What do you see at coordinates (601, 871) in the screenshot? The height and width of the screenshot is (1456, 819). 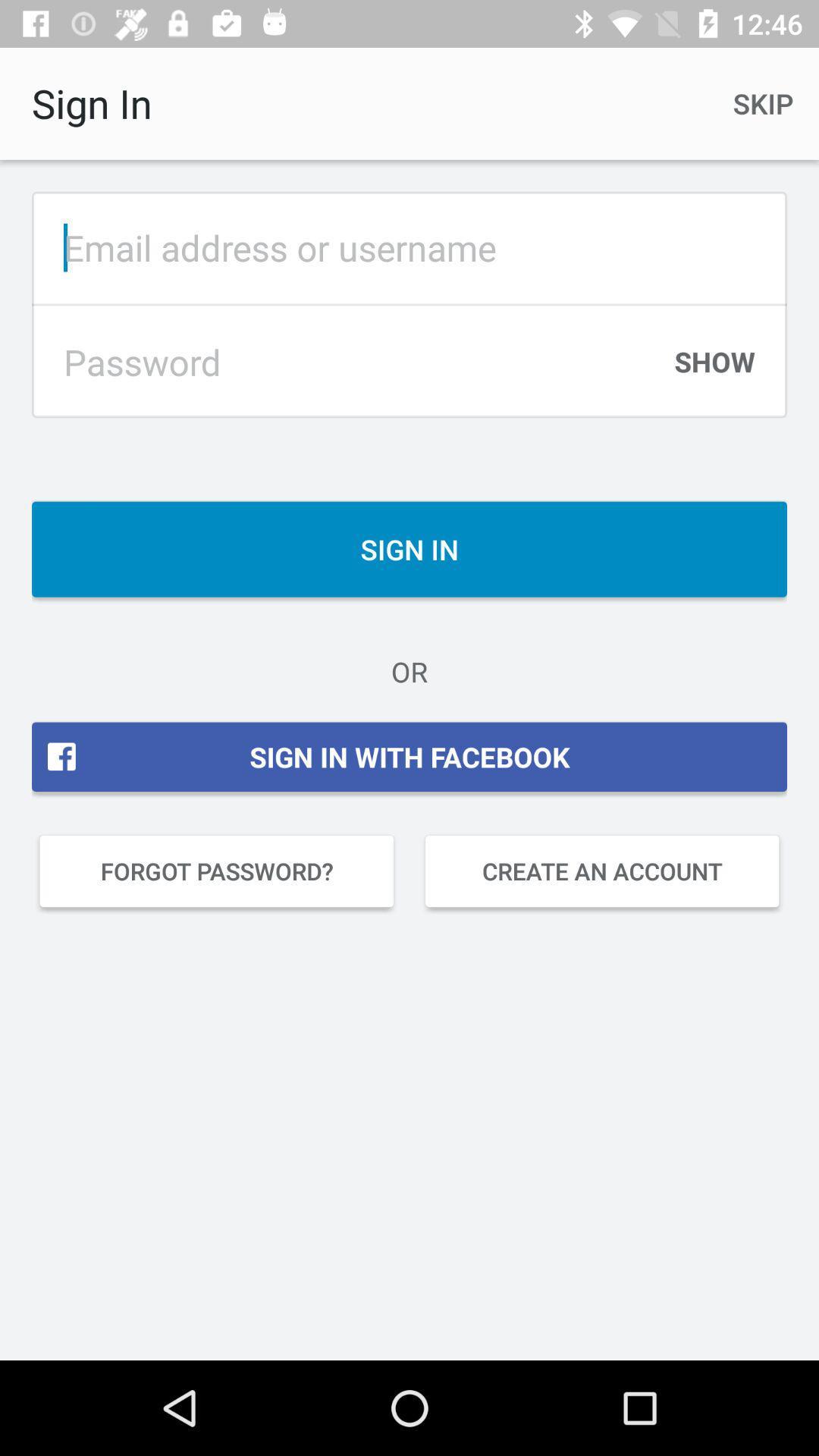 I see `item next to forgot password? item` at bounding box center [601, 871].